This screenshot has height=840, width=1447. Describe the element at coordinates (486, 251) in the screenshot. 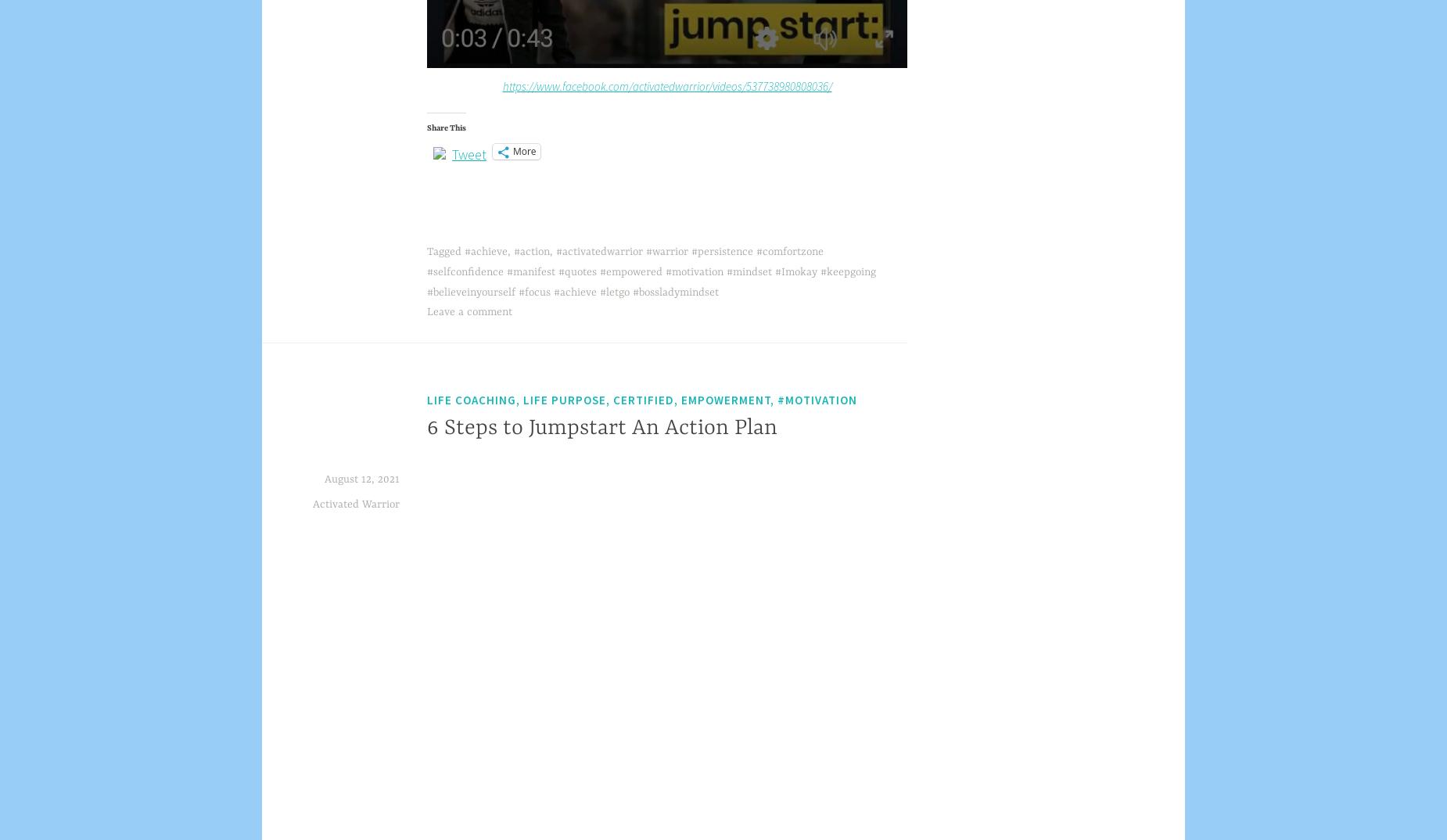

I see `'#achieve'` at that location.